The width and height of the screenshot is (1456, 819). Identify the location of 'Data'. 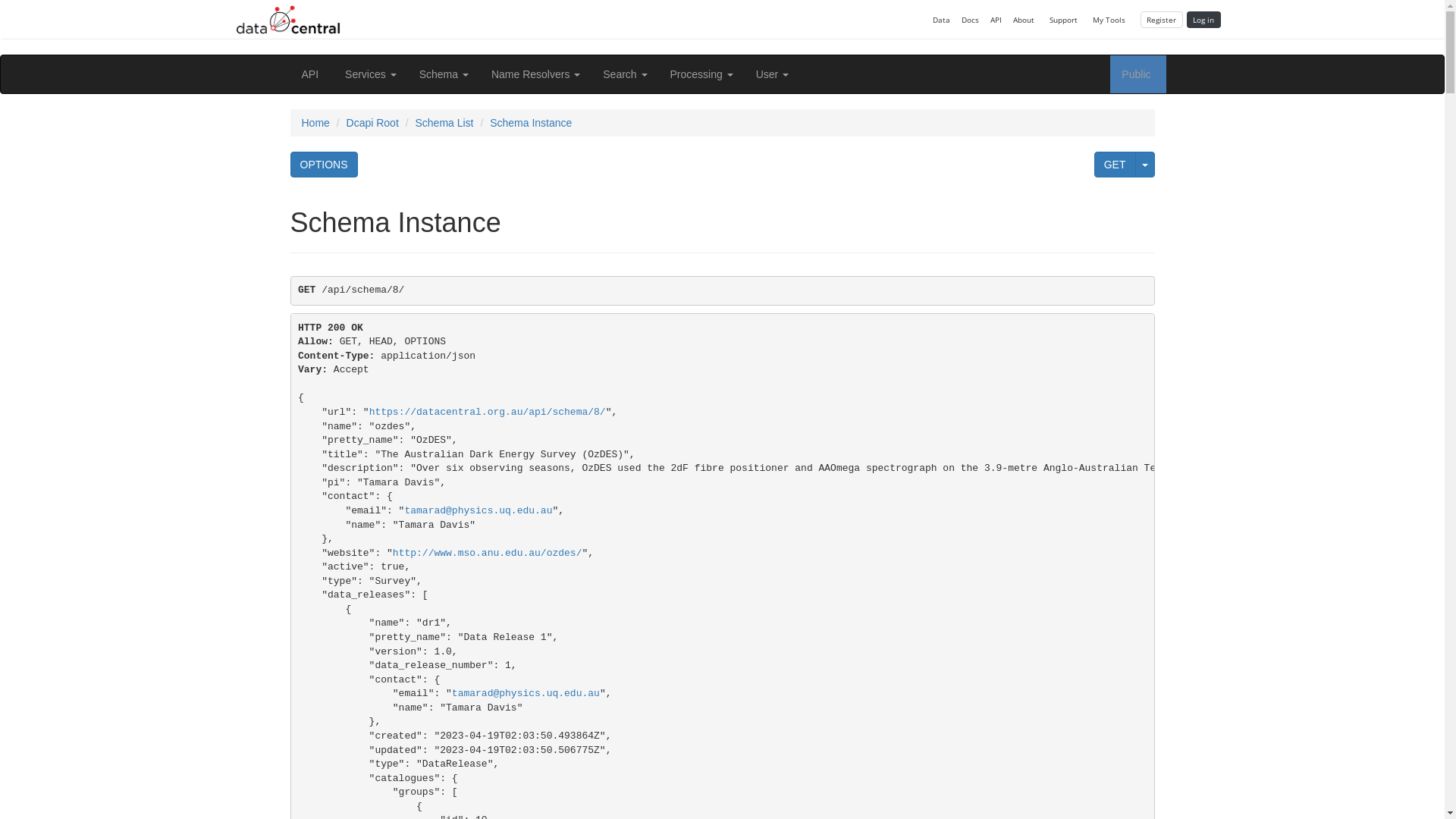
(940, 20).